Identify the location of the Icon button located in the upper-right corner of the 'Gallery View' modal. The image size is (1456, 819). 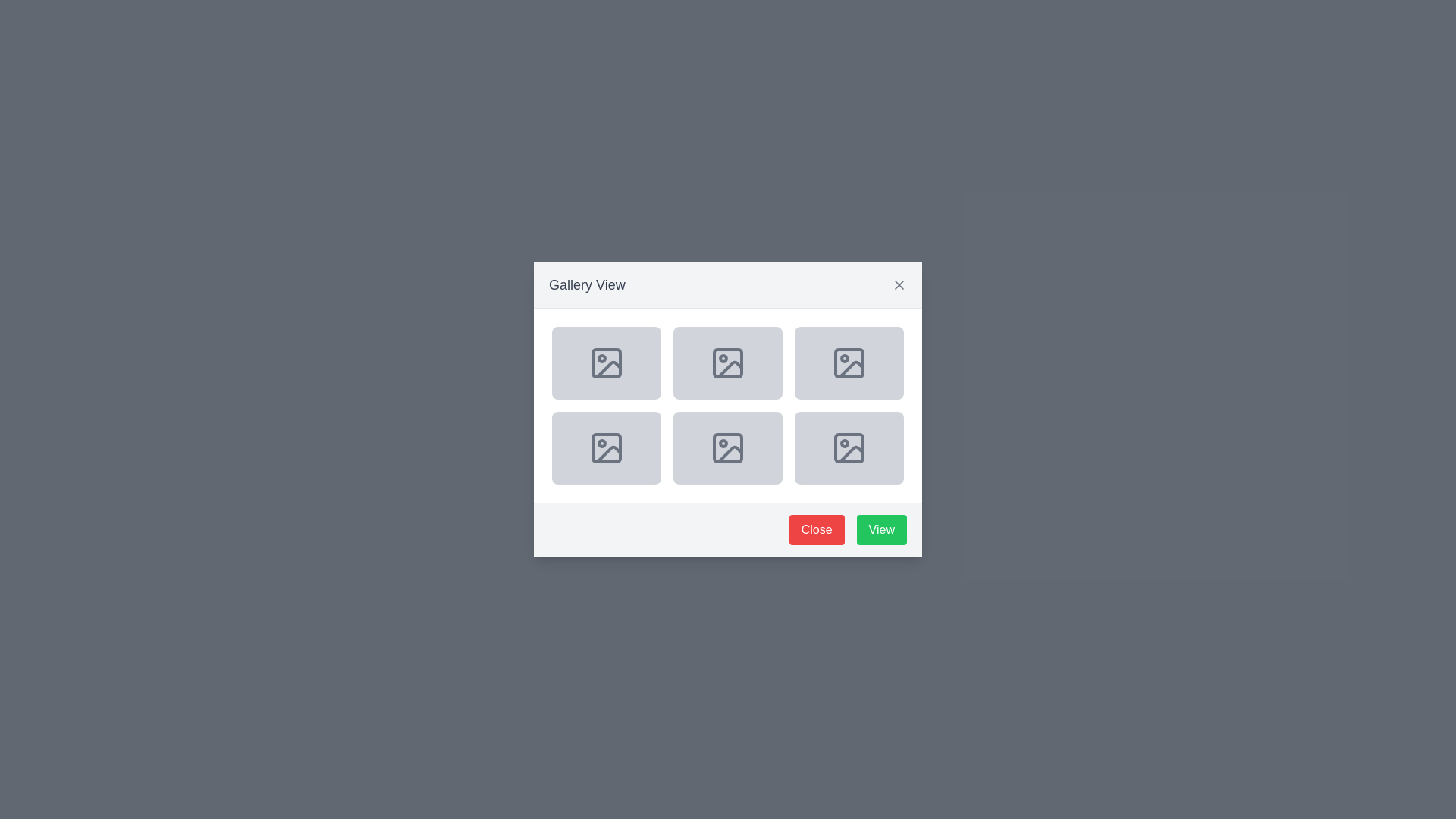
(899, 284).